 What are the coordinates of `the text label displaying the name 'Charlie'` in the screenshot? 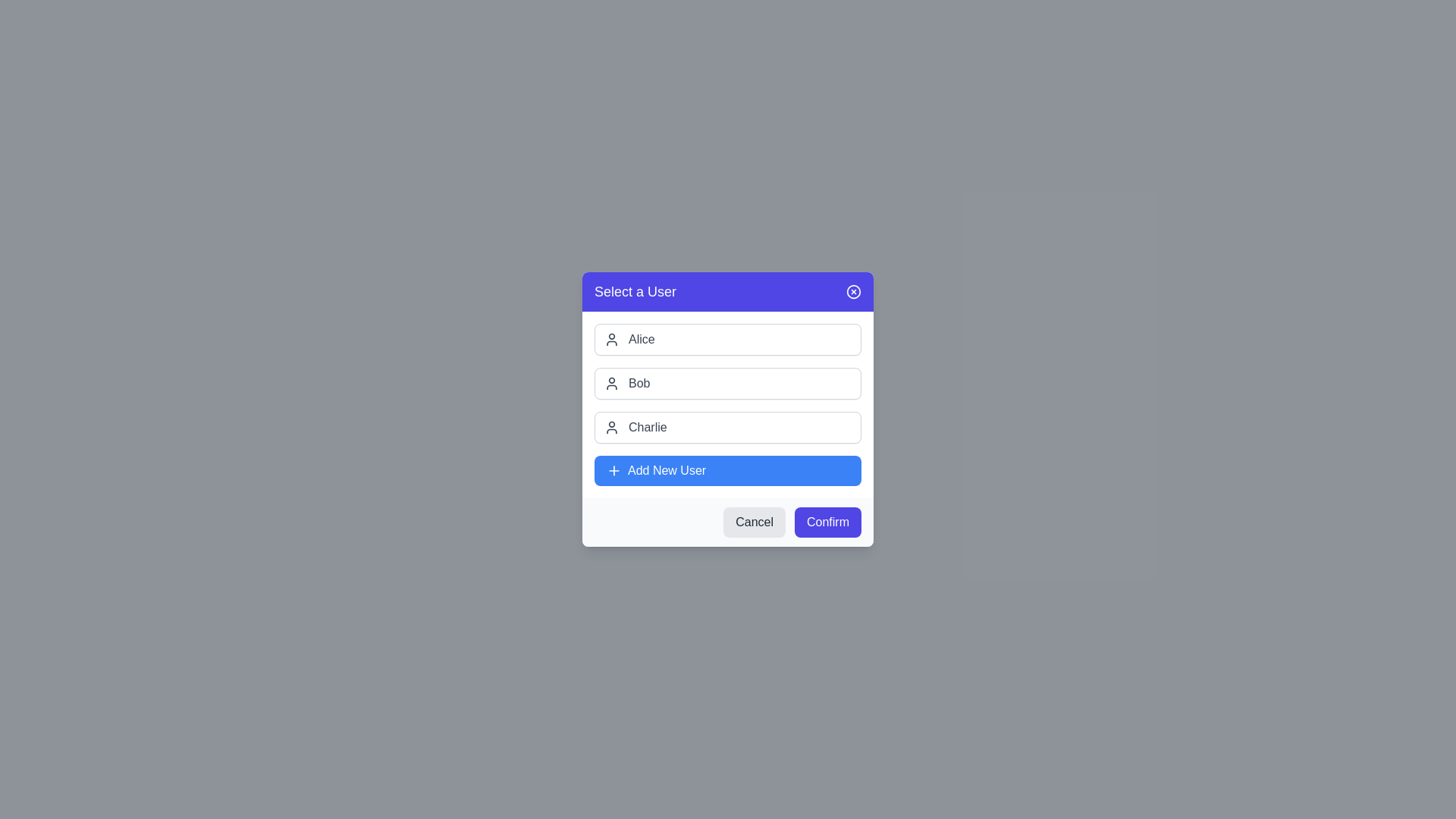 It's located at (648, 427).